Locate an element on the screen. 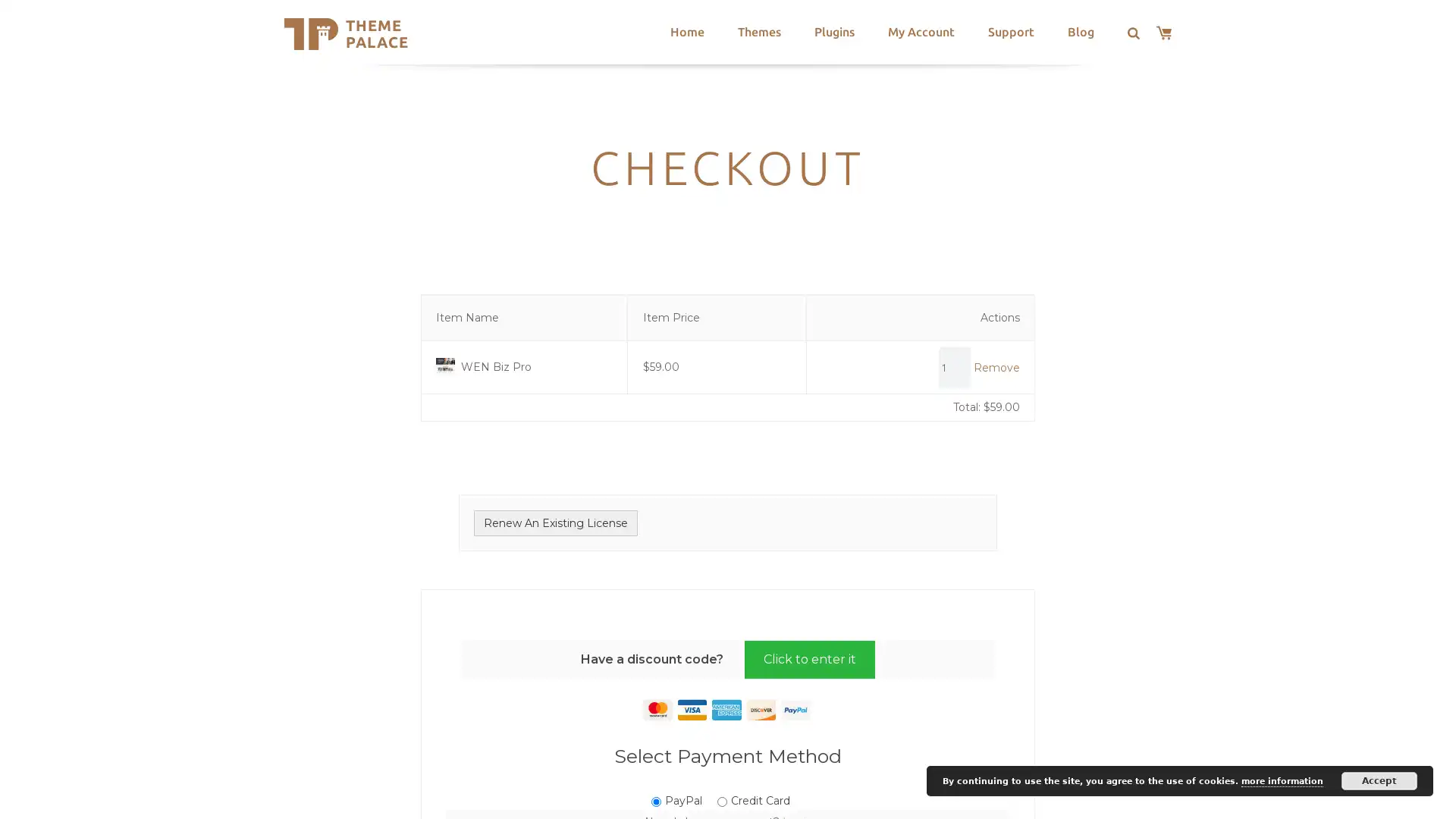  Search is located at coordinates (468, 34).